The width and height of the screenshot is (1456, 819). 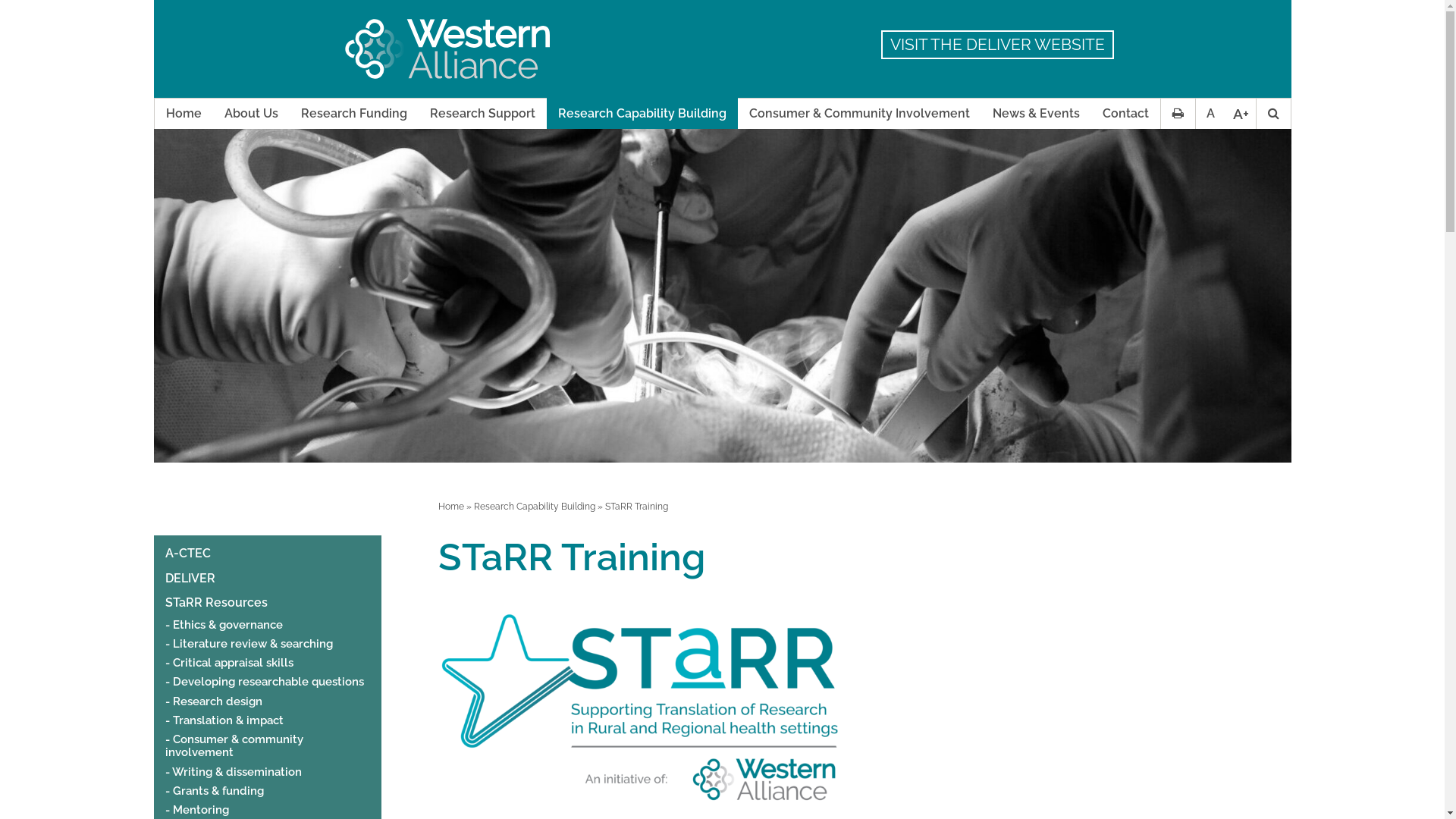 I want to click on 'Mentoring', so click(x=196, y=809).